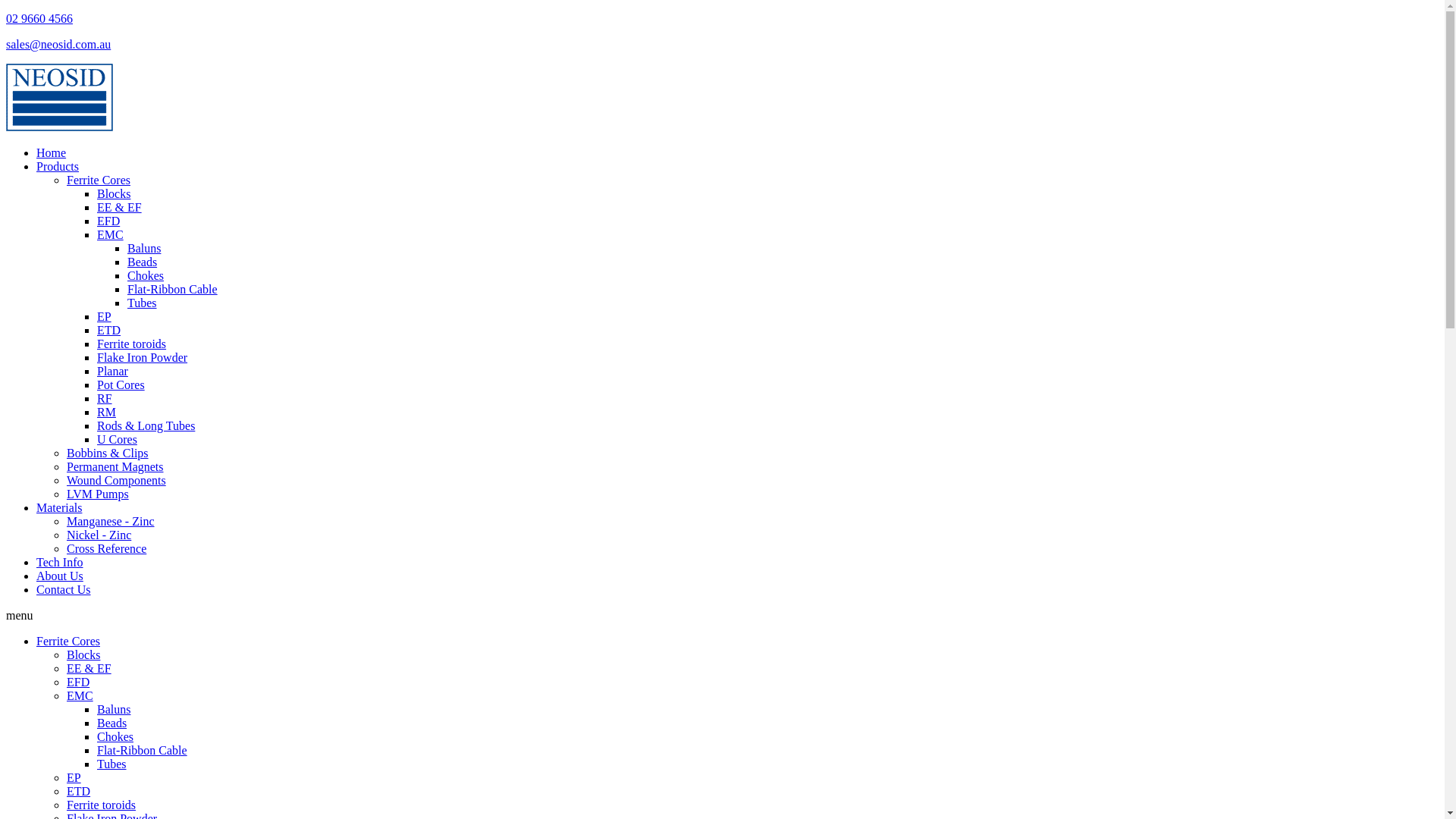 The image size is (1456, 819). What do you see at coordinates (67, 641) in the screenshot?
I see `'Ferrite Cores'` at bounding box center [67, 641].